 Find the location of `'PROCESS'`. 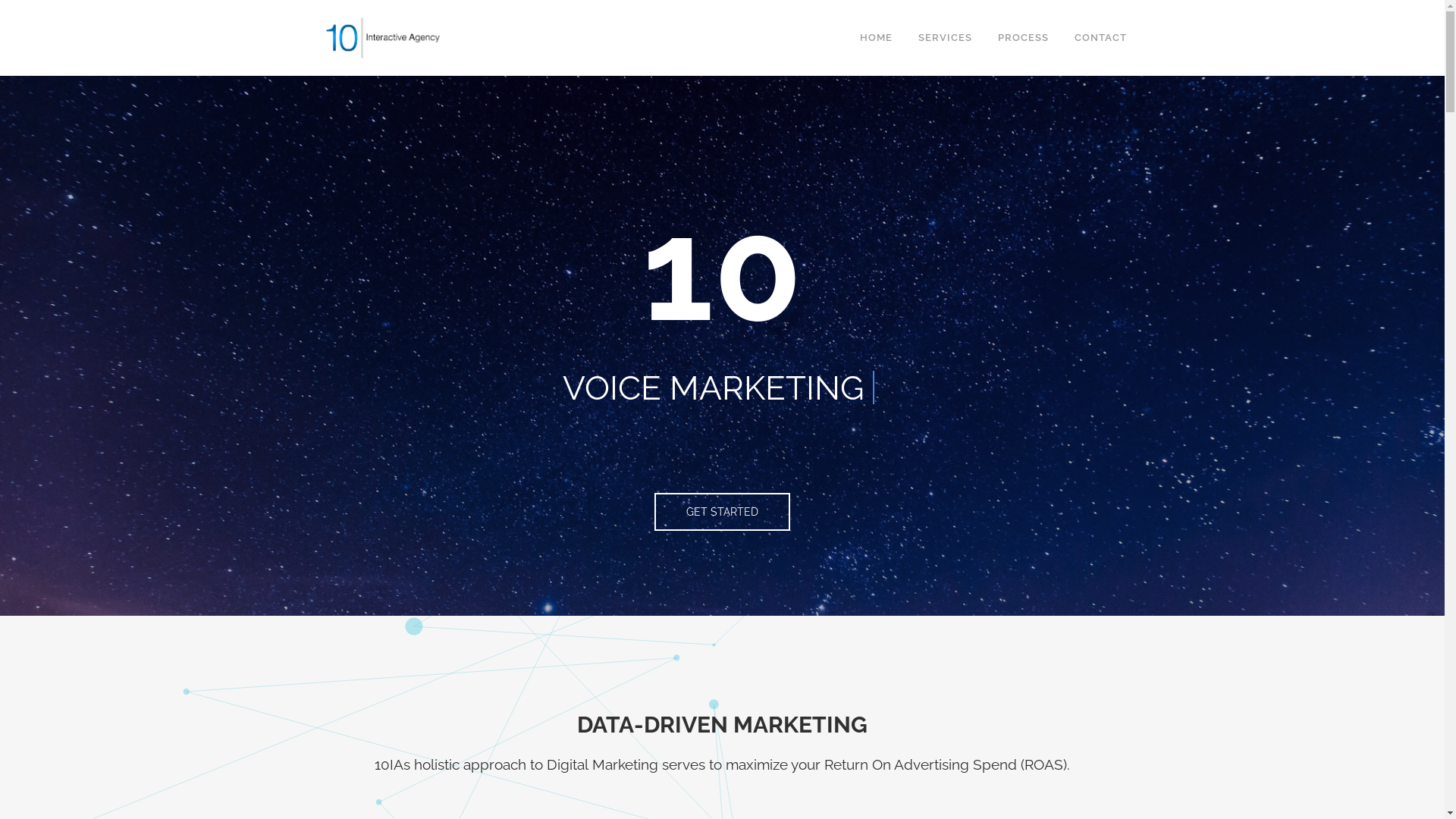

'PROCESS' is located at coordinates (984, 37).